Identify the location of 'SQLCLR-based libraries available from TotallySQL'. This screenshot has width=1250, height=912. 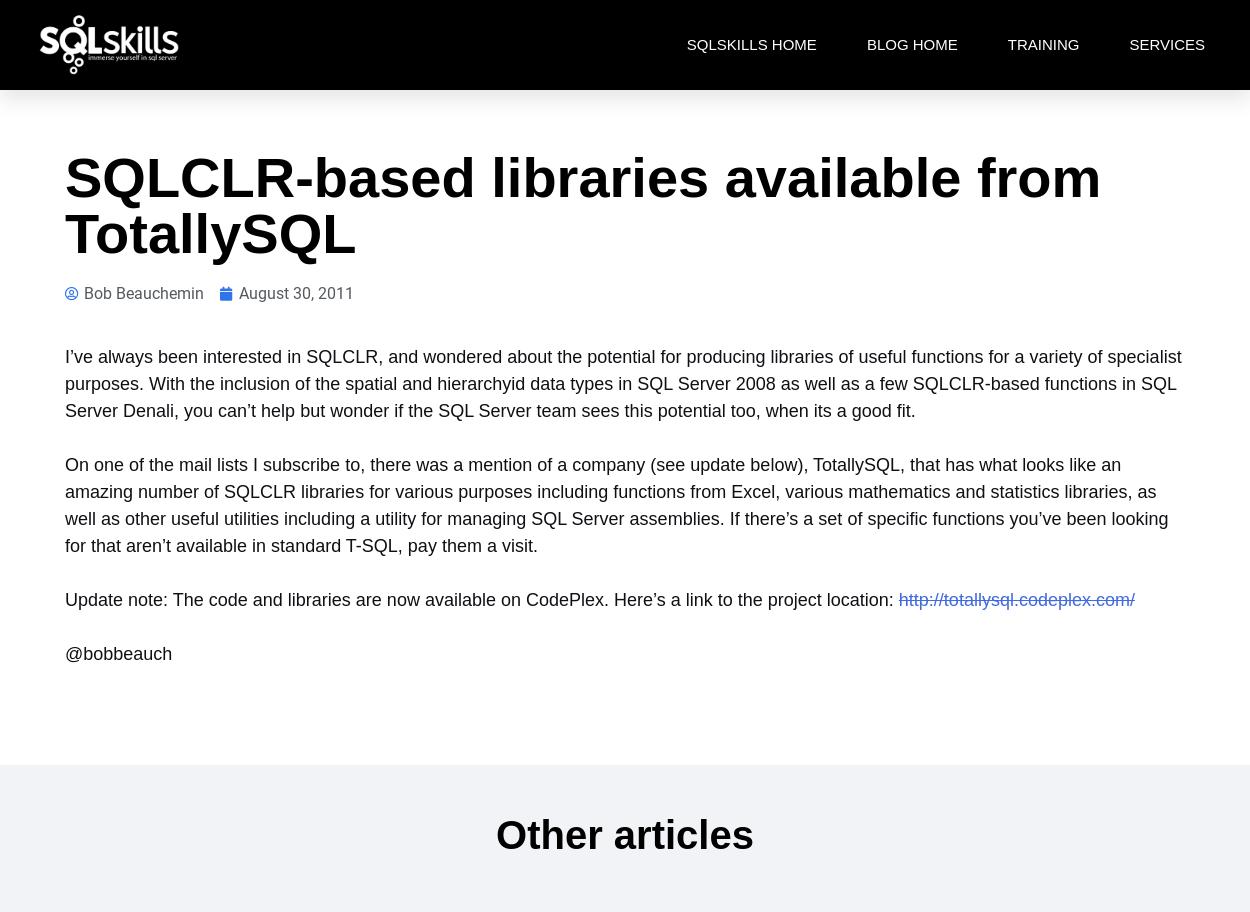
(582, 204).